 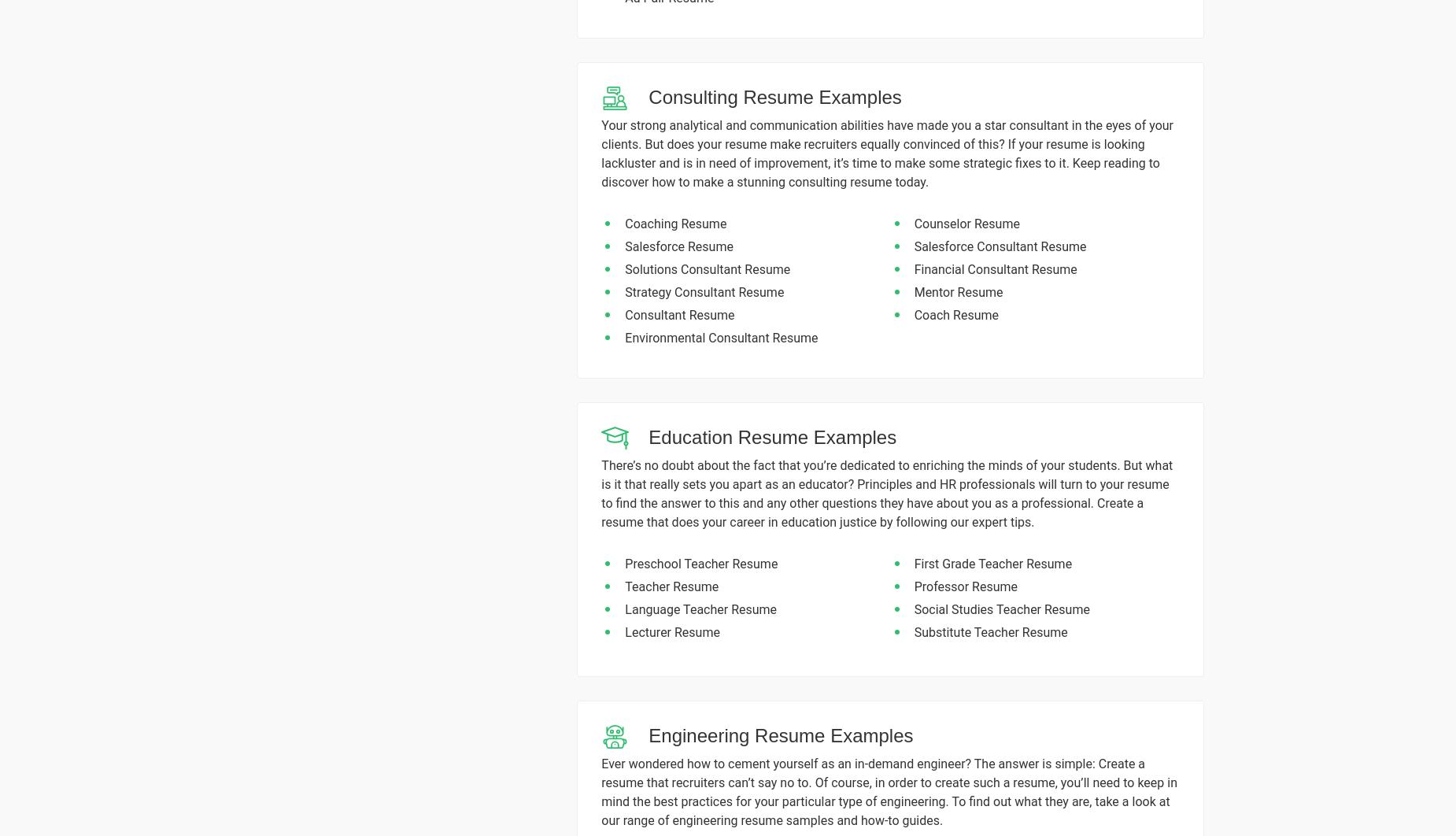 I want to click on 'Preschool Teacher Resume', so click(x=700, y=563).